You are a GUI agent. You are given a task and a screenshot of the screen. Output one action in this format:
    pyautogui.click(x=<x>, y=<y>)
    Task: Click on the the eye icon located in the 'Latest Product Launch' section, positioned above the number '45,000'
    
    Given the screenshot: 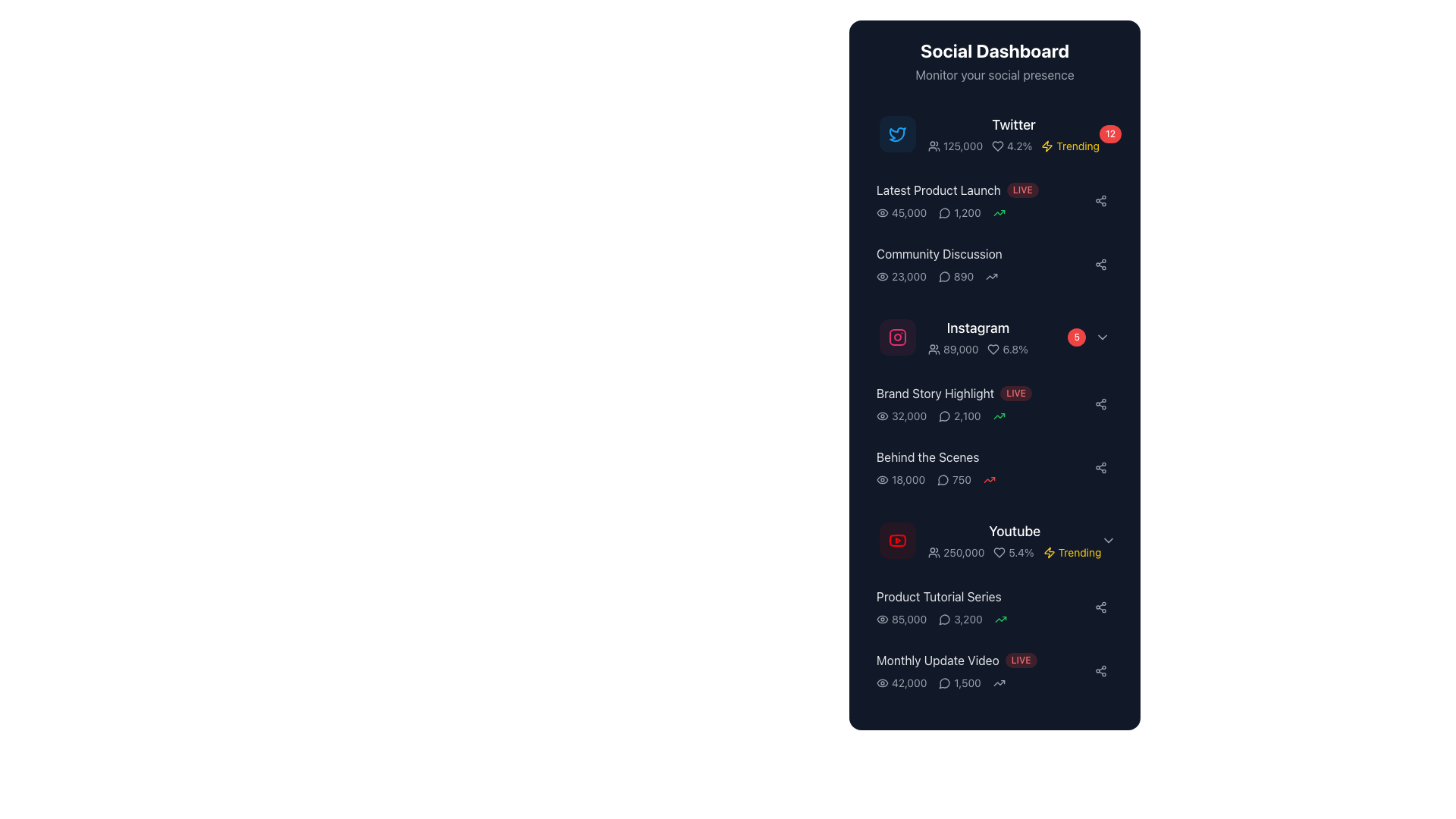 What is the action you would take?
    pyautogui.click(x=882, y=213)
    